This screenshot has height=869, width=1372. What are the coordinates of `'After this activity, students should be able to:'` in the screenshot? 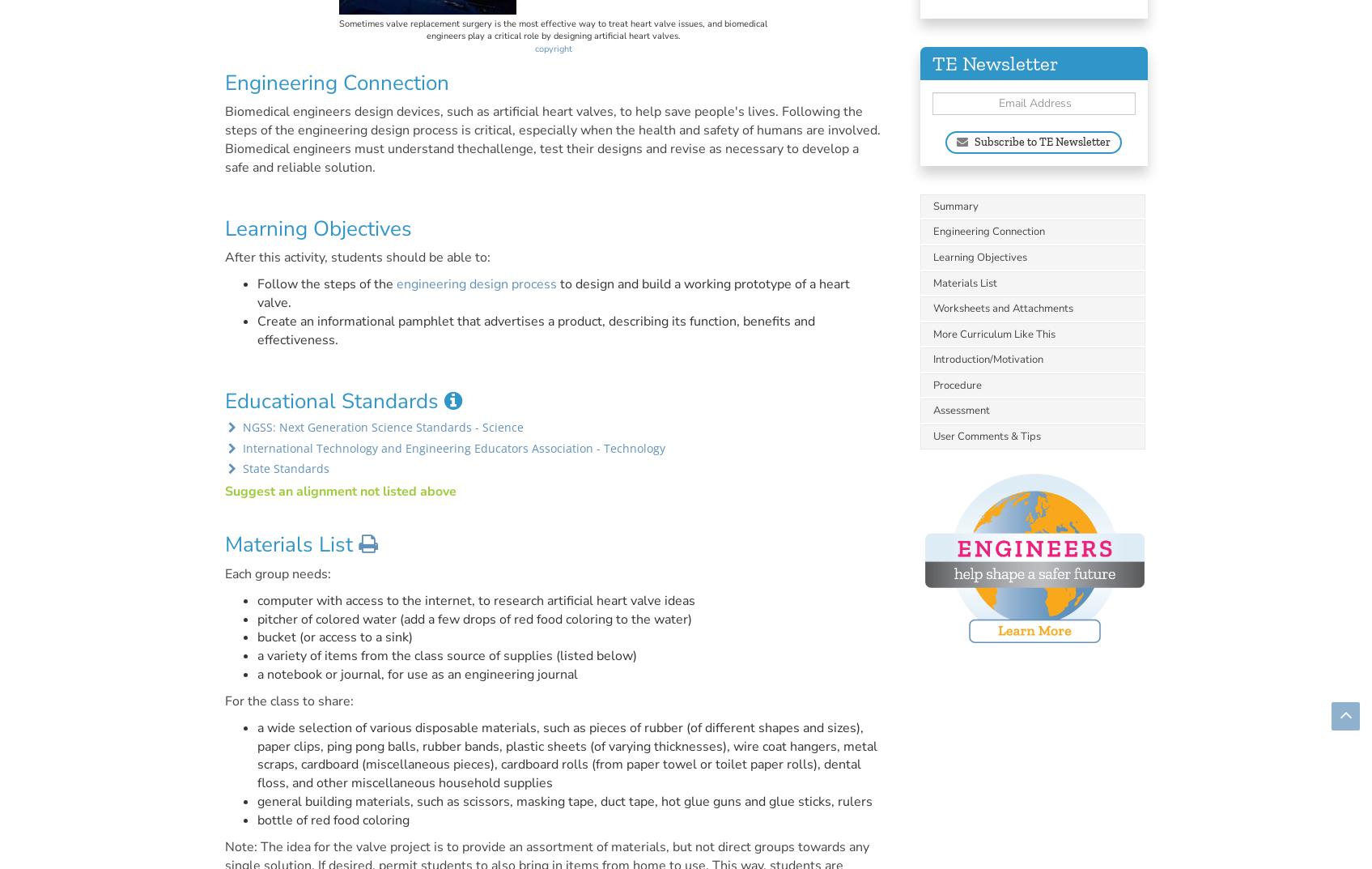 It's located at (357, 258).